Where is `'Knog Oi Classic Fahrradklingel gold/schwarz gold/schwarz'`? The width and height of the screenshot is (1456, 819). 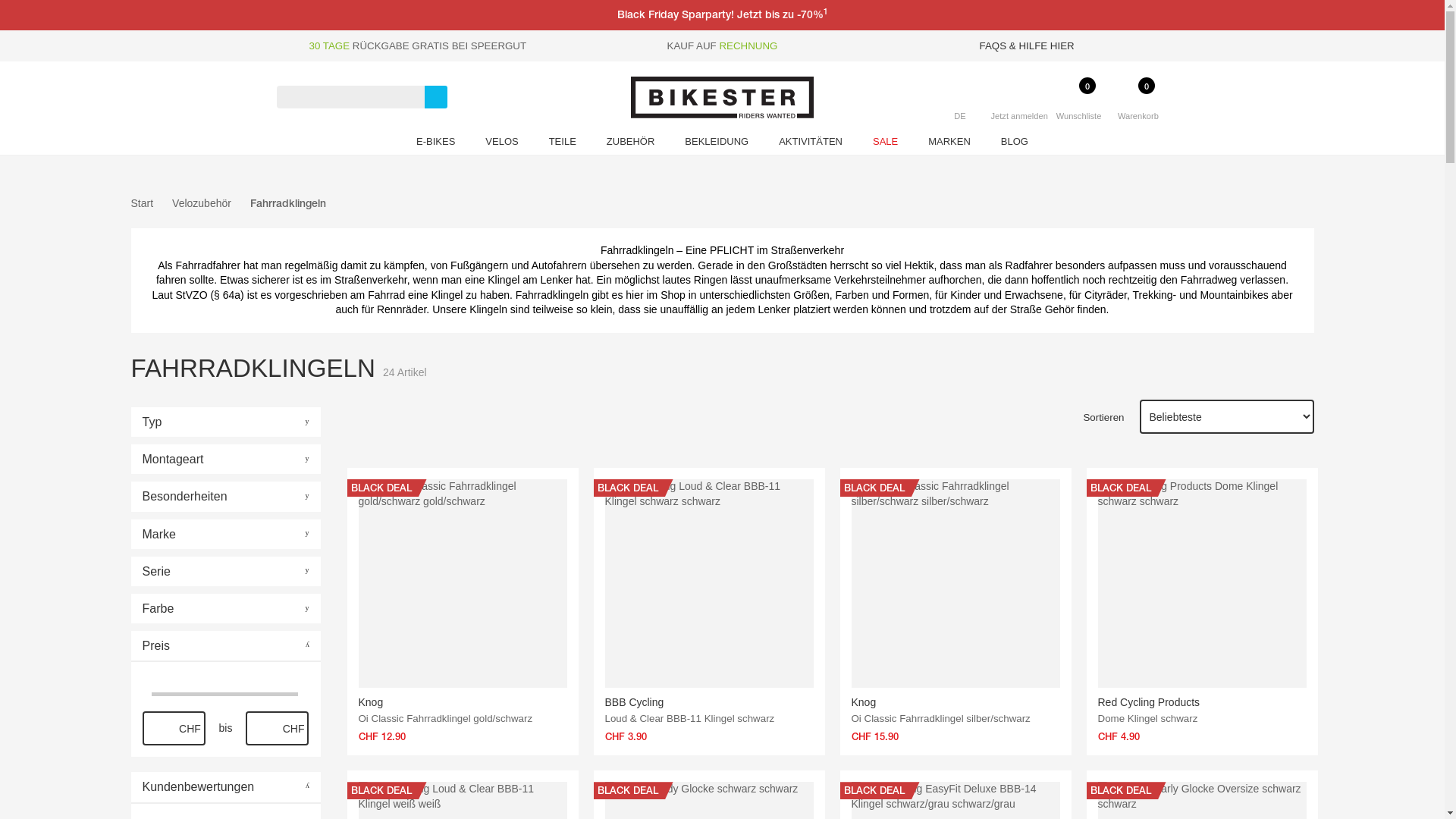 'Knog Oi Classic Fahrradklingel gold/schwarz gold/schwarz' is located at coordinates (461, 582).